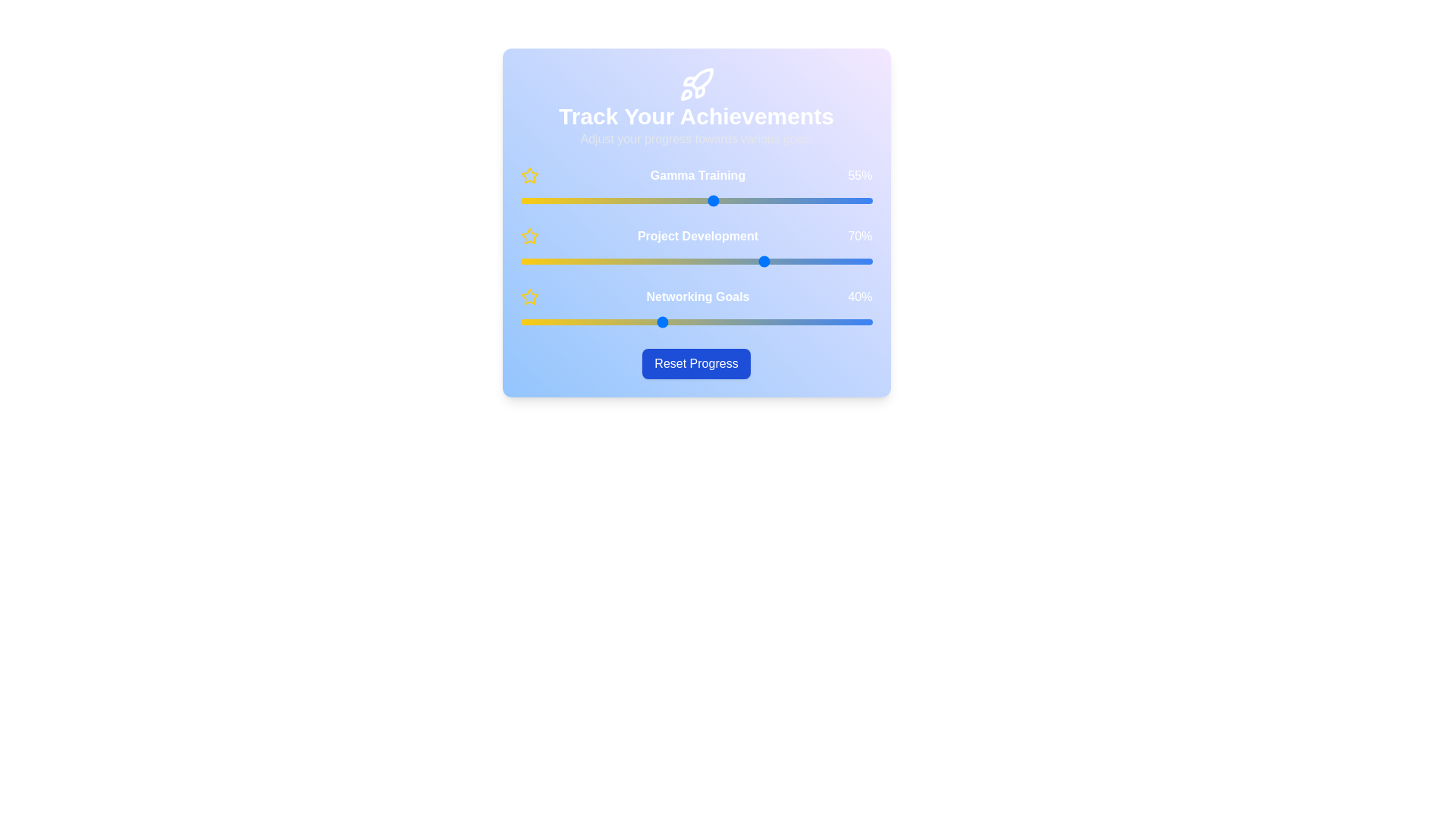  What do you see at coordinates (739, 260) in the screenshot?
I see `the 'Project Development' slider to 62%` at bounding box center [739, 260].